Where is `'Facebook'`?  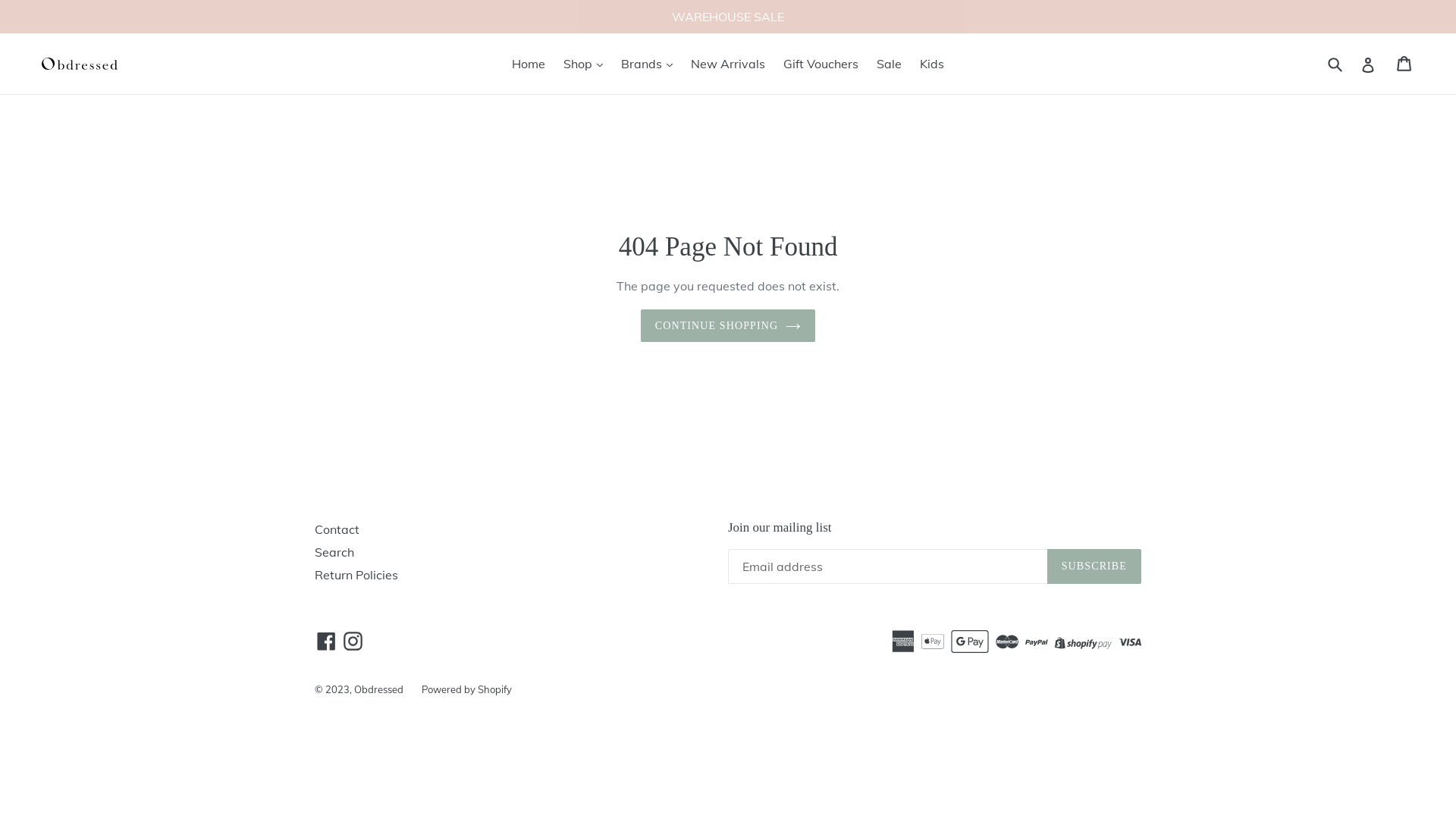
'Facebook' is located at coordinates (325, 640).